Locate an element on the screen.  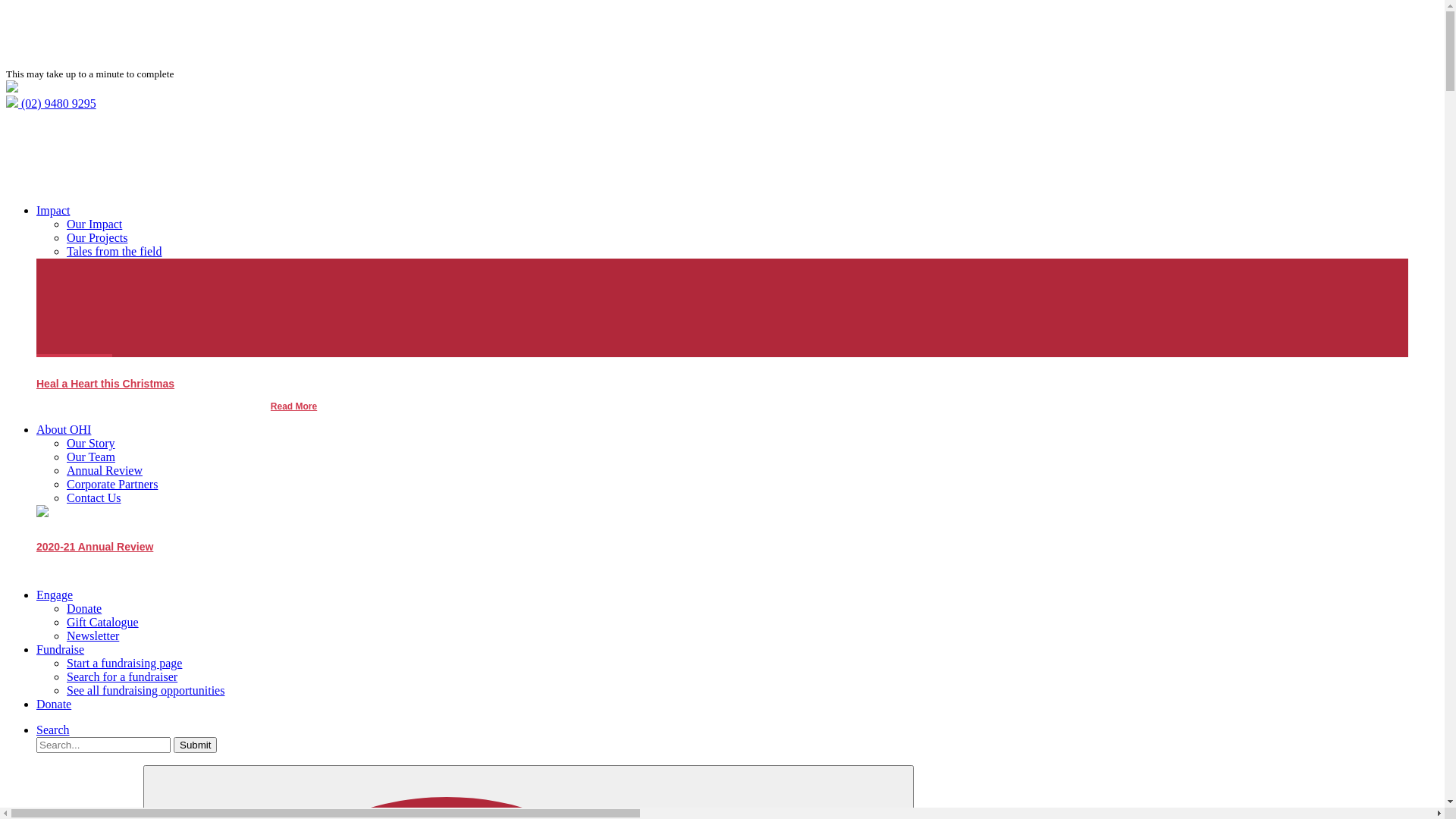
'Fundraise' is located at coordinates (36, 648).